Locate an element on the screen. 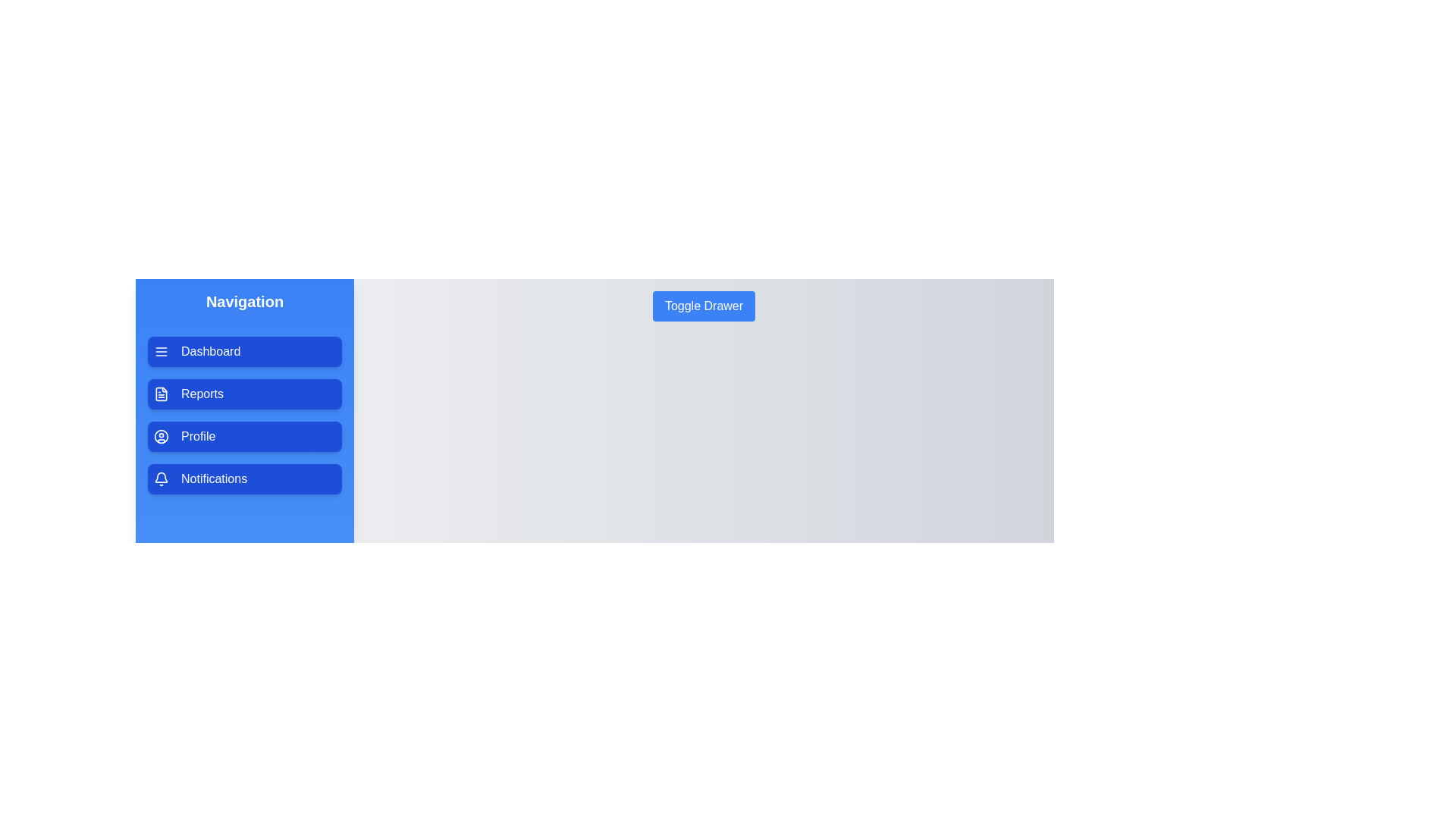  the menu item Profile to observe its hover effect is located at coordinates (244, 436).